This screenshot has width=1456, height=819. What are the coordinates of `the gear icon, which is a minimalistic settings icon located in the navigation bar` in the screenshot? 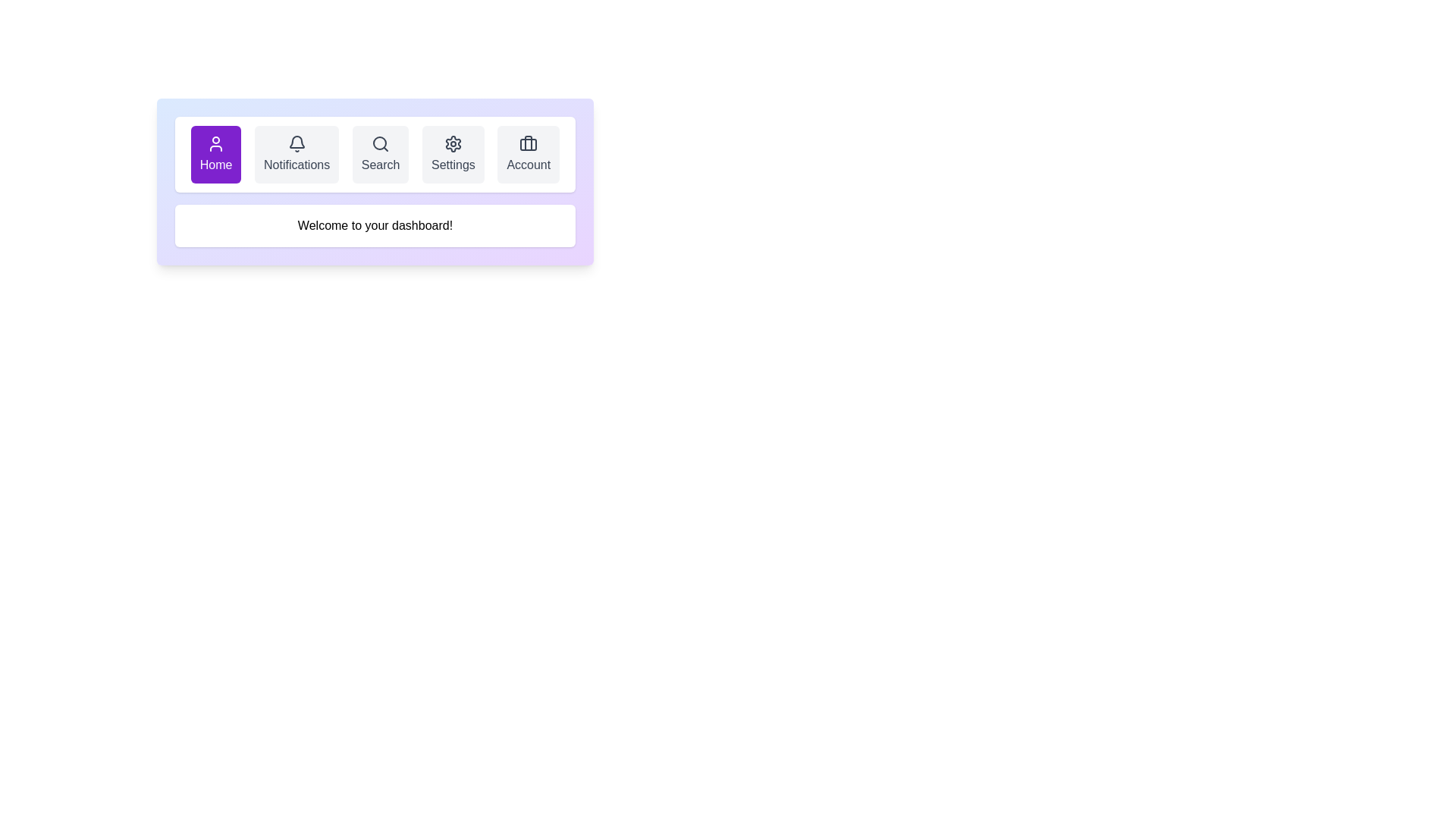 It's located at (452, 143).